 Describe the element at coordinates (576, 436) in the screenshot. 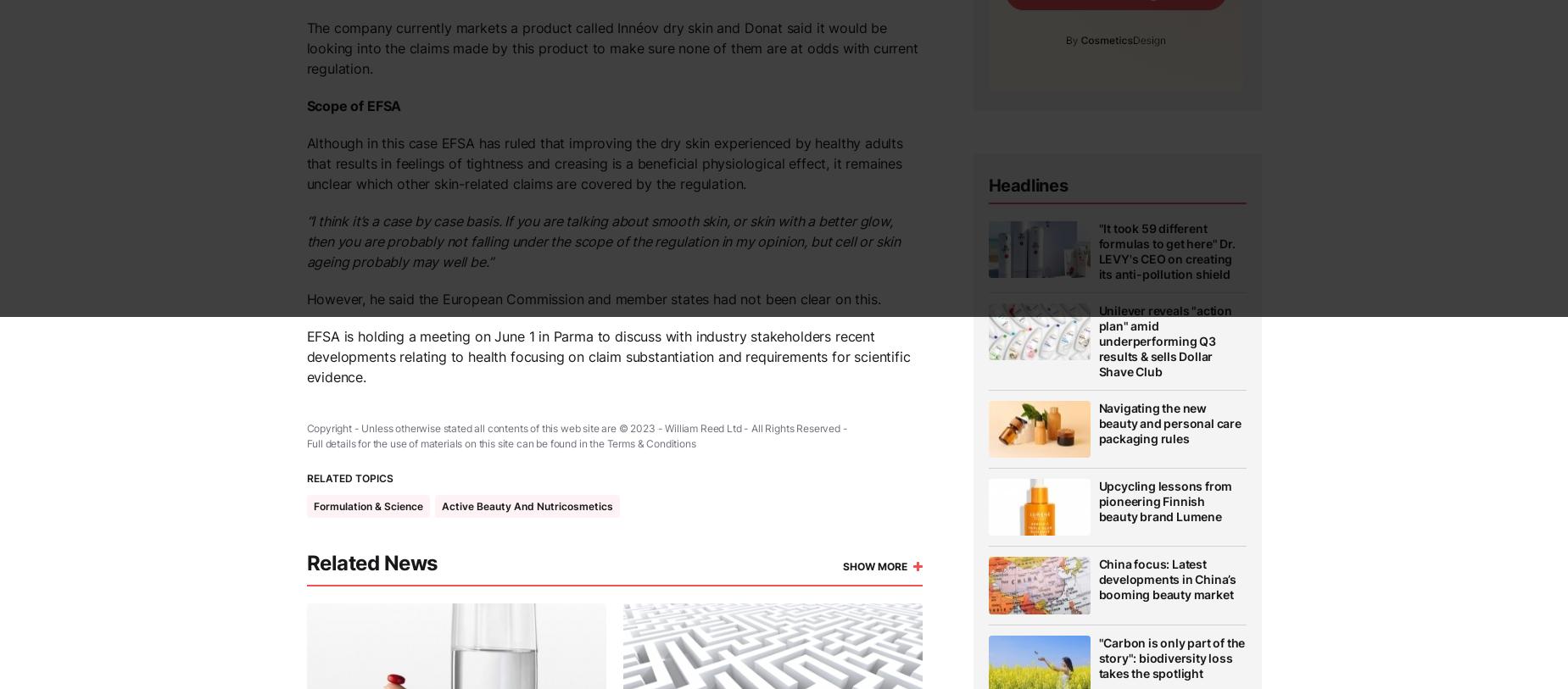

I see `'Copyright - Unless otherwise stated all contents of this web site are © 2023 - William Reed Ltd - All Rights Reserved - Full details for the use of materials on this site can be found in the'` at that location.